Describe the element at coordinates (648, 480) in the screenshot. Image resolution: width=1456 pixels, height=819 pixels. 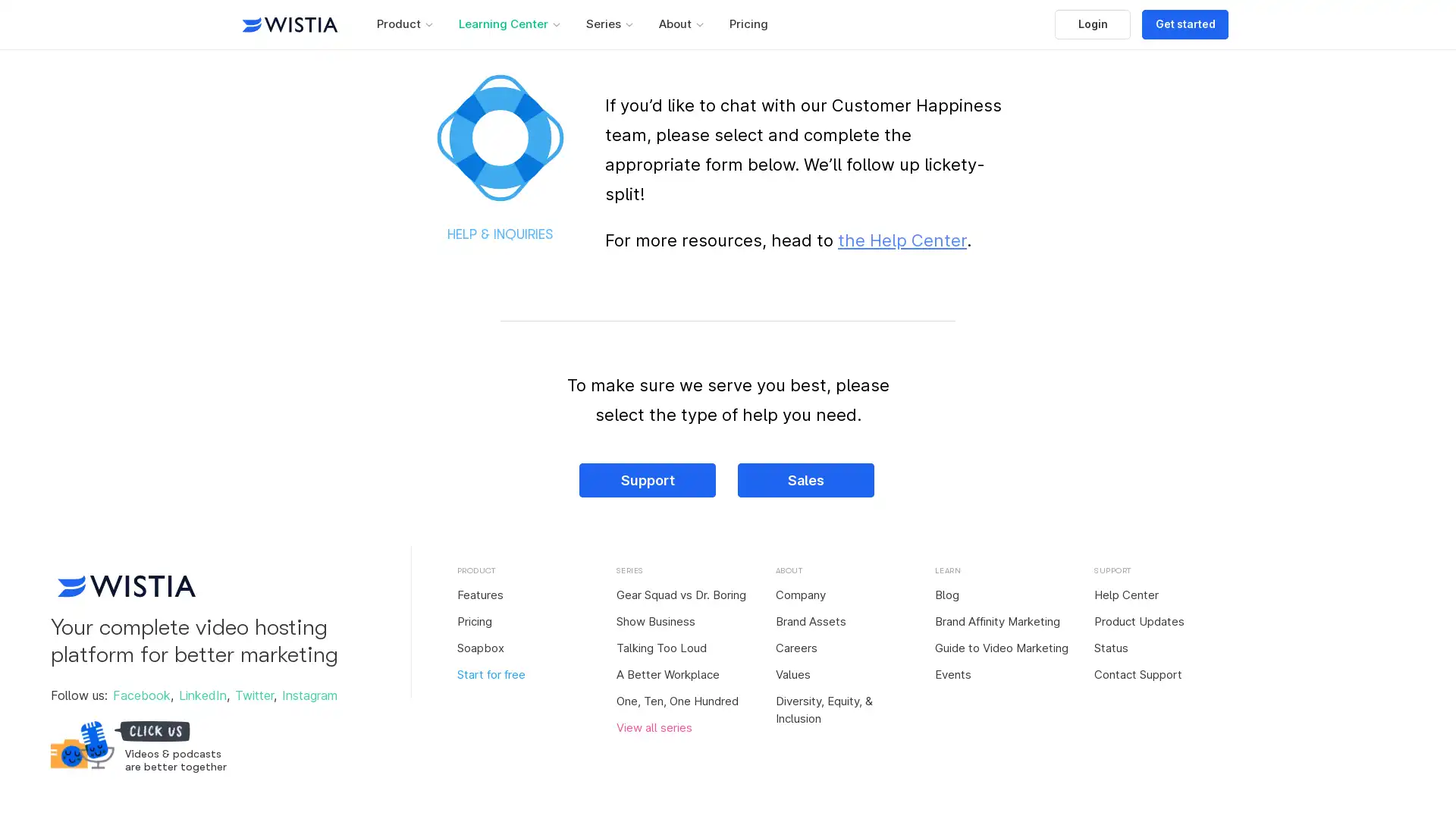
I see `Support` at that location.